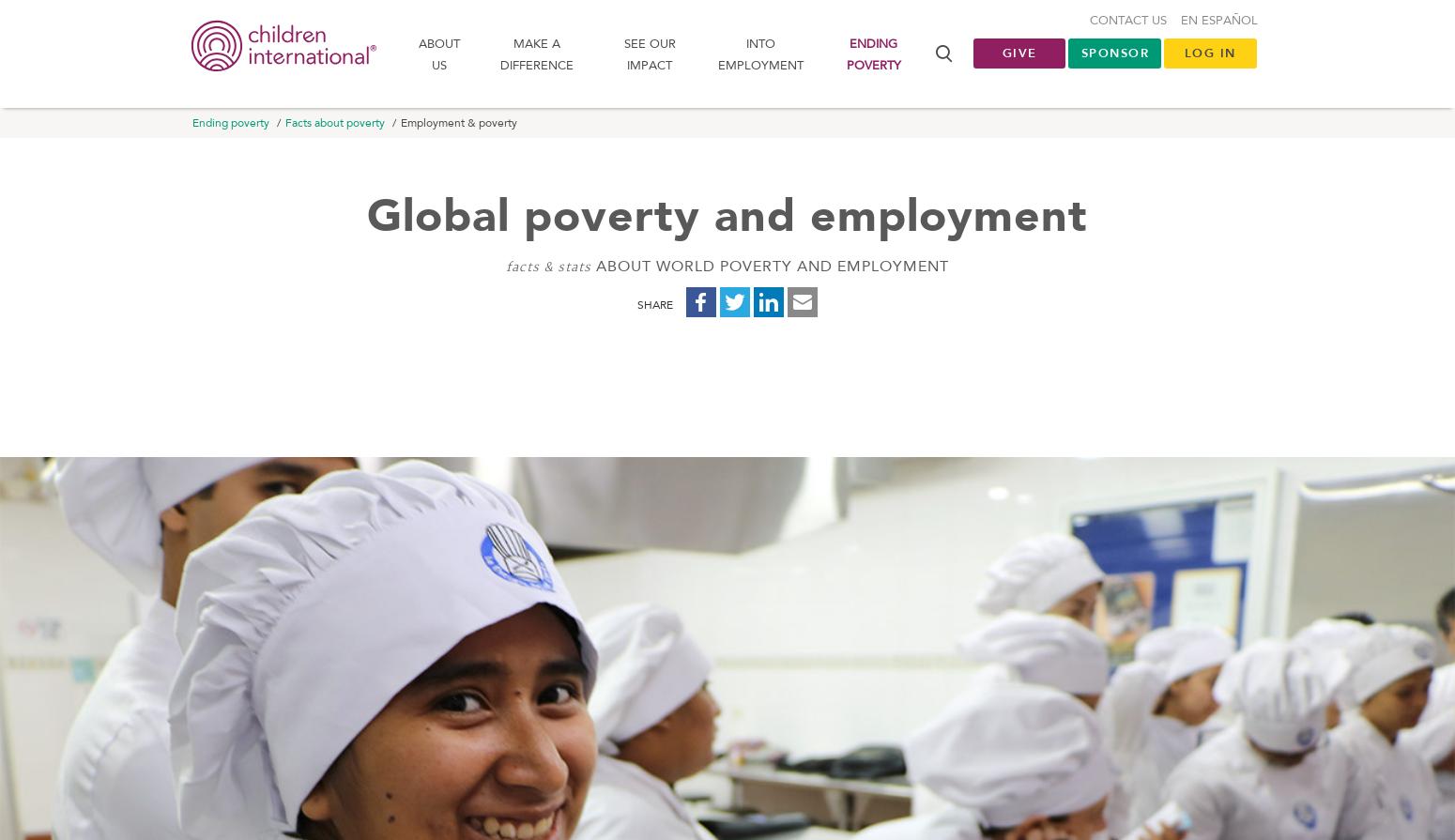 The width and height of the screenshot is (1455, 840). I want to click on 'En Español', so click(1218, 24).